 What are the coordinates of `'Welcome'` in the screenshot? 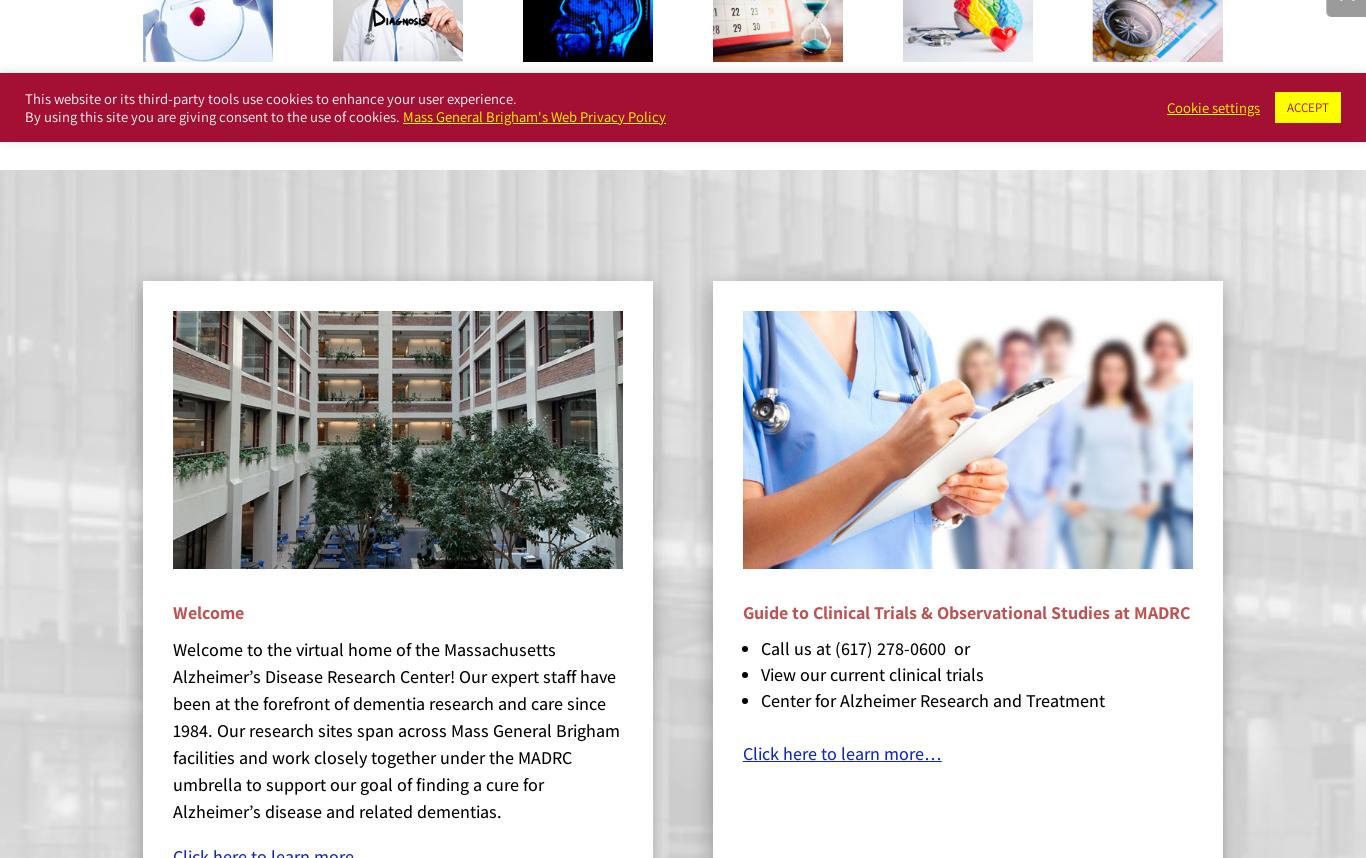 It's located at (207, 611).